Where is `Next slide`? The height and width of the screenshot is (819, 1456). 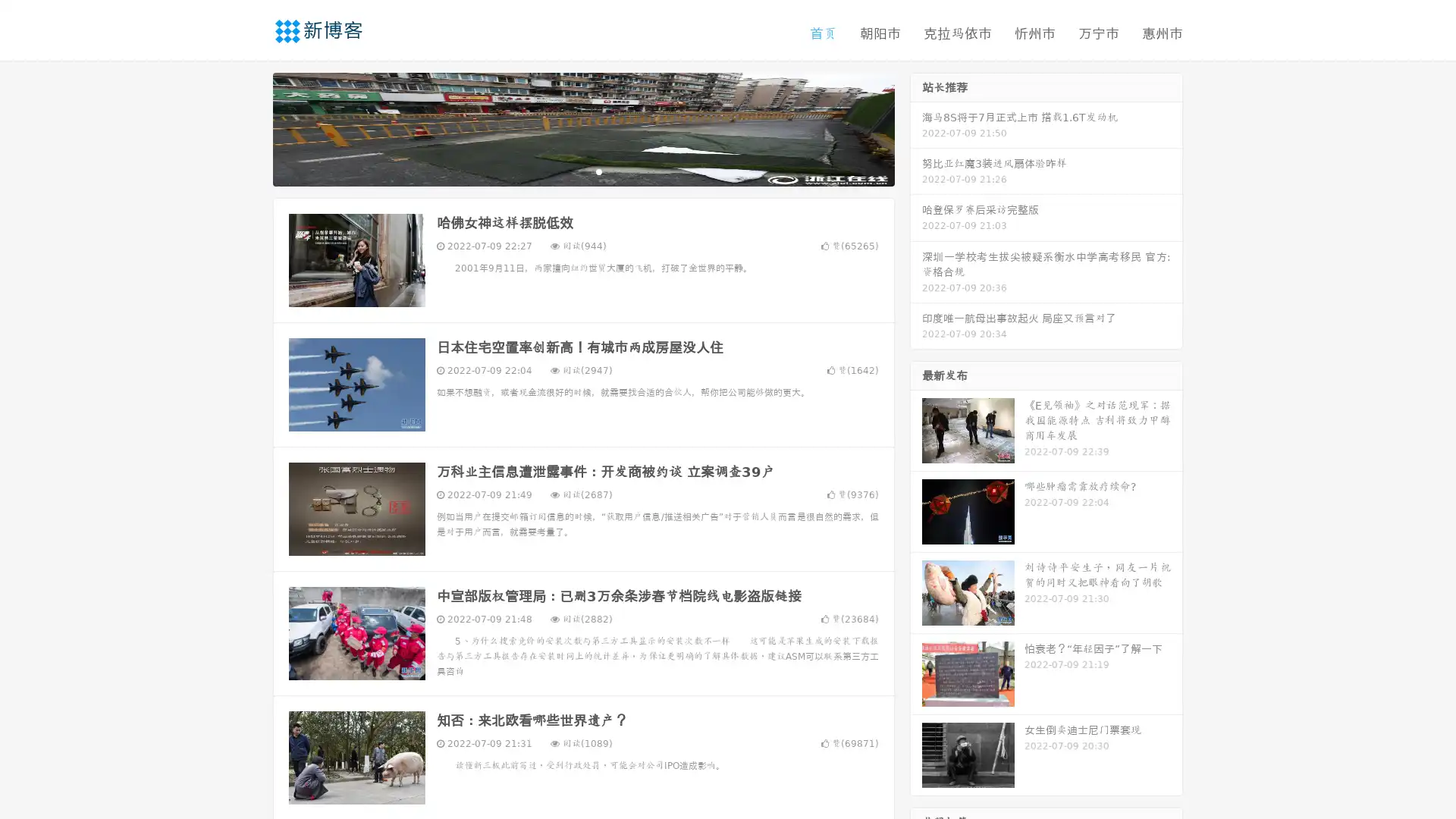 Next slide is located at coordinates (916, 127).